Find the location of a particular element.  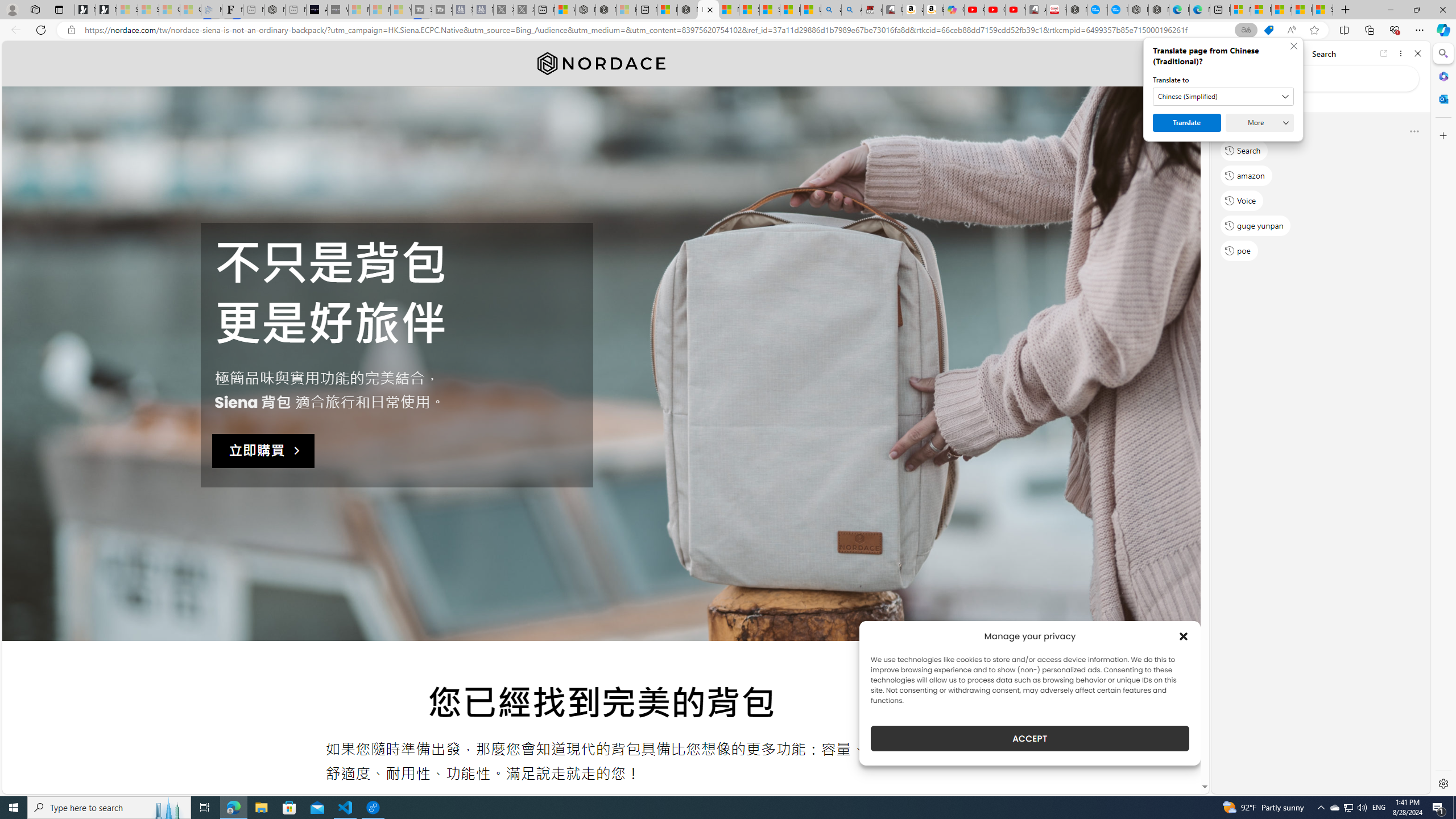

'Newsletter Sign Up' is located at coordinates (106, 9).